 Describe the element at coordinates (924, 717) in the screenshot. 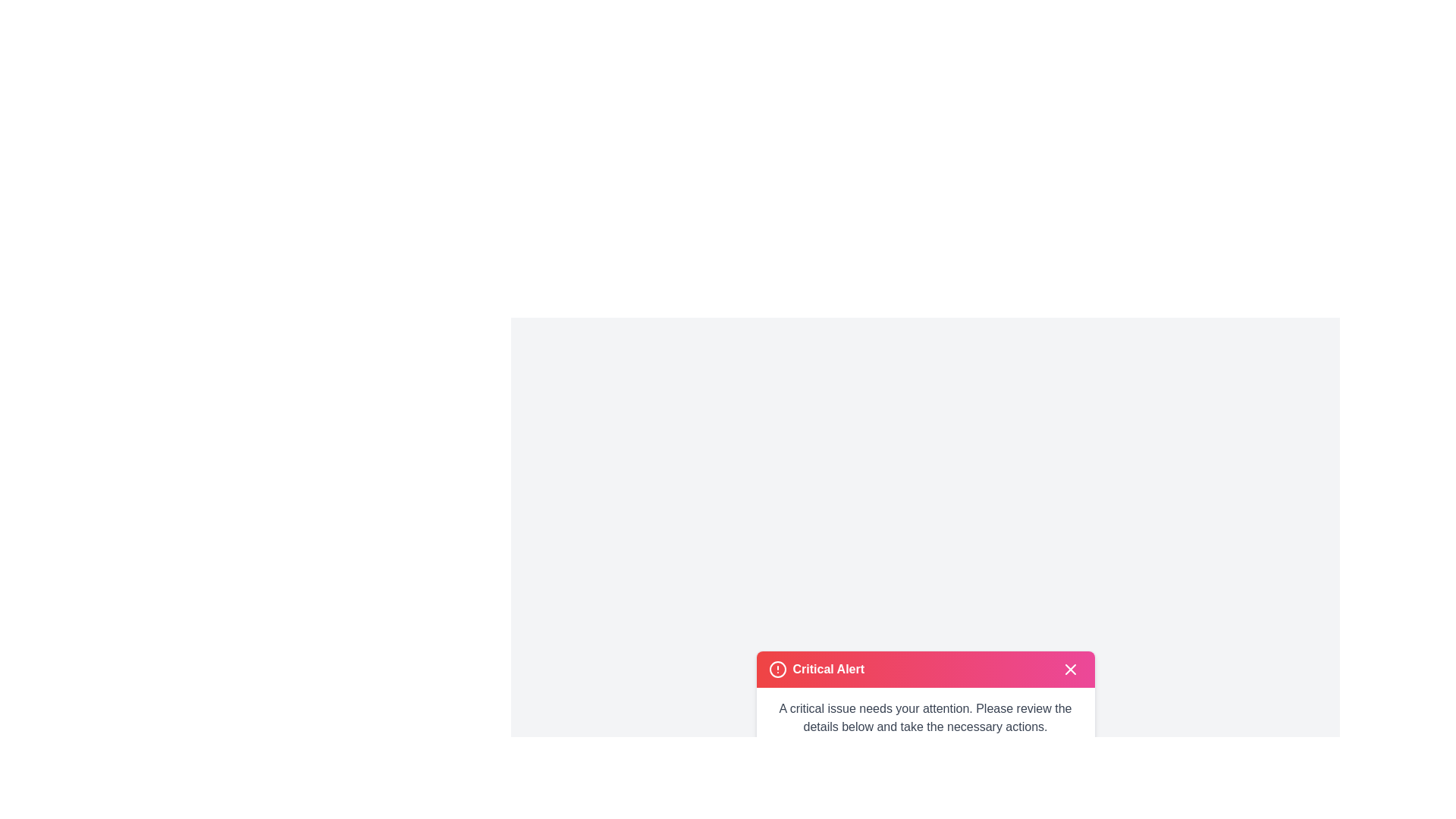

I see `informational static text content located within the notification card, positioned below the 'Critical Alert' title` at that location.